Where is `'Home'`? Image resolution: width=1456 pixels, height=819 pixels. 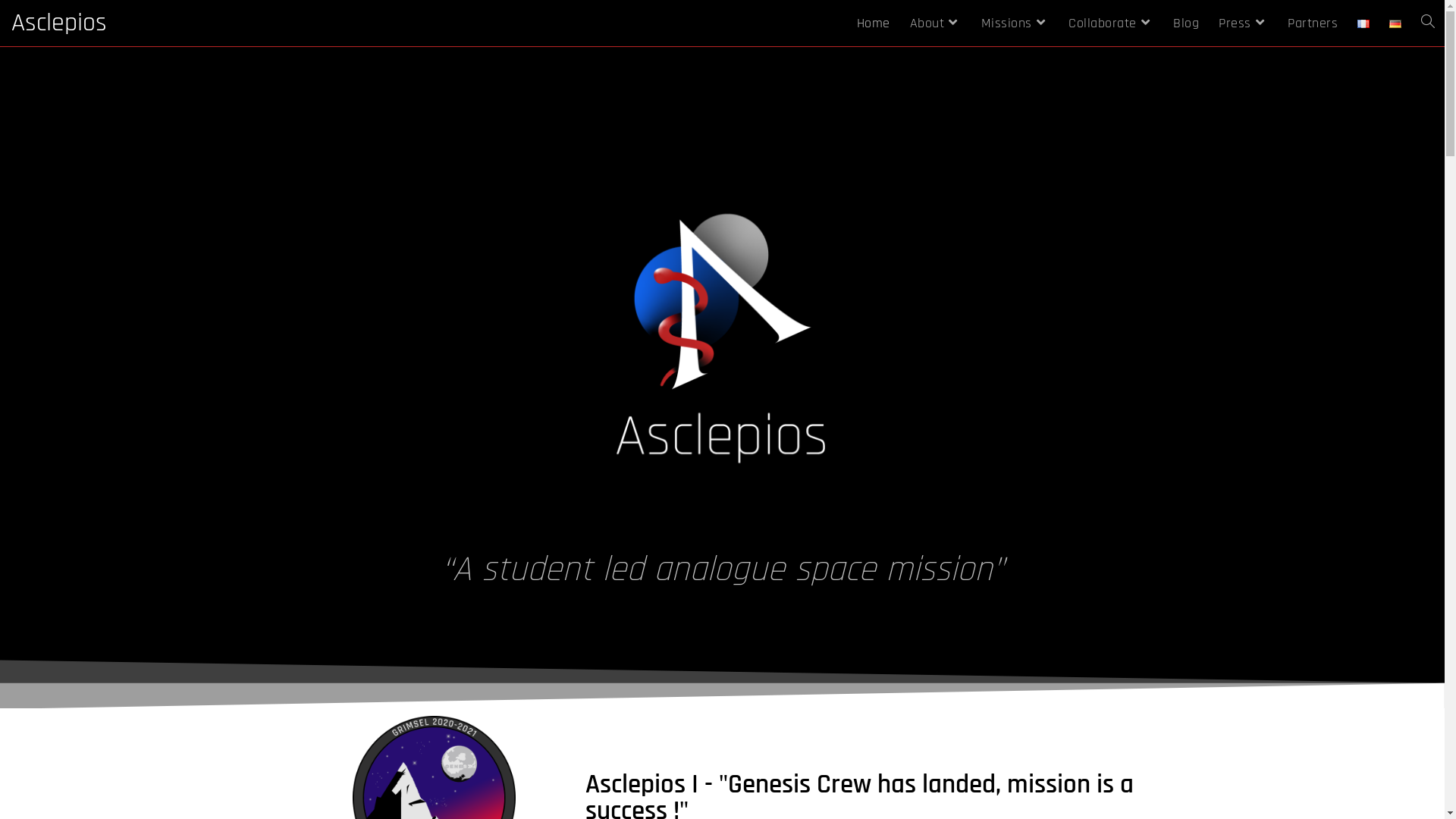 'Home' is located at coordinates (846, 23).